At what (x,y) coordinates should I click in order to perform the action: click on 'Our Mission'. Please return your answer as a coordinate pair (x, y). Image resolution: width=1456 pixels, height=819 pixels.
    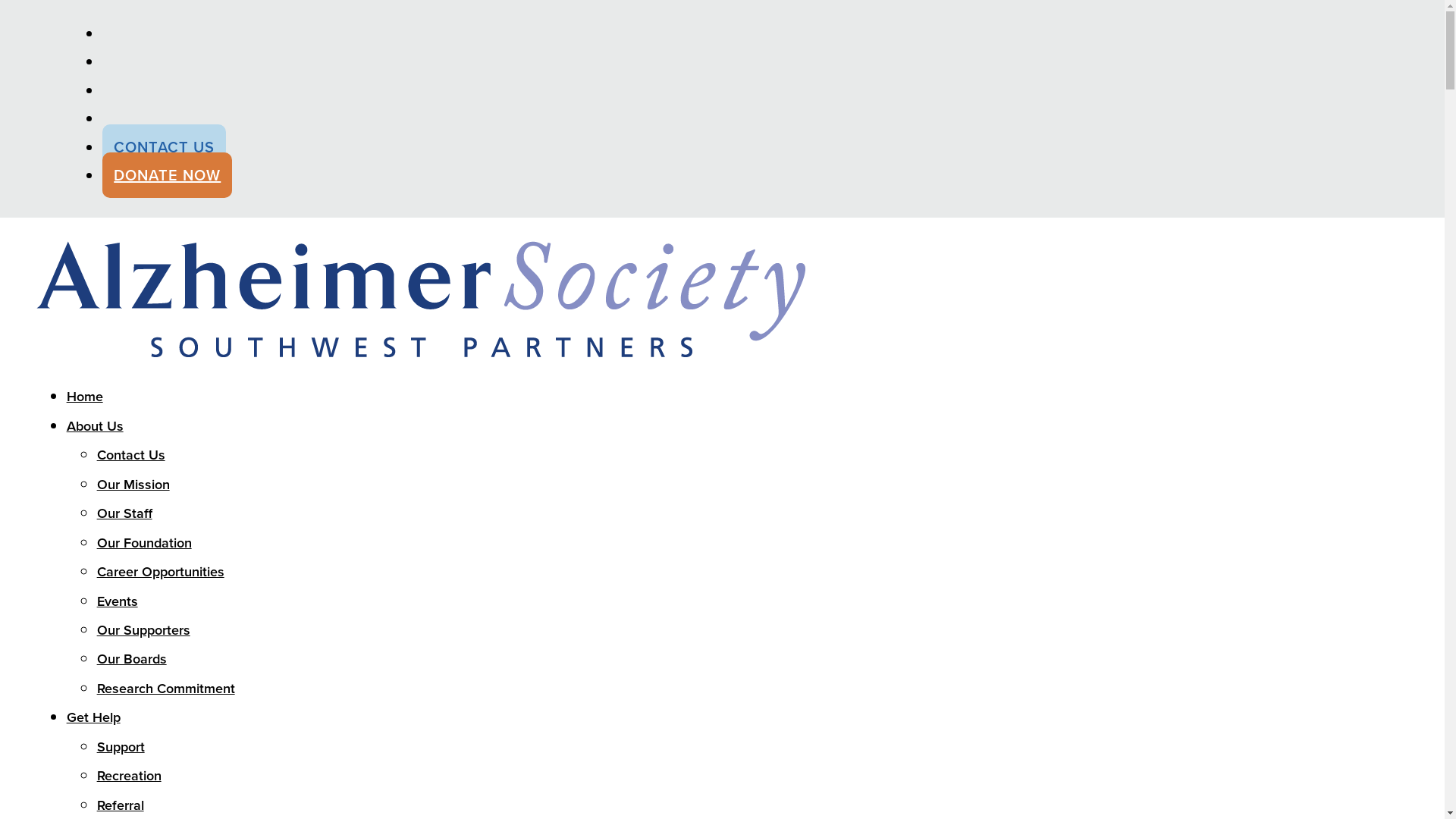
    Looking at the image, I should click on (133, 485).